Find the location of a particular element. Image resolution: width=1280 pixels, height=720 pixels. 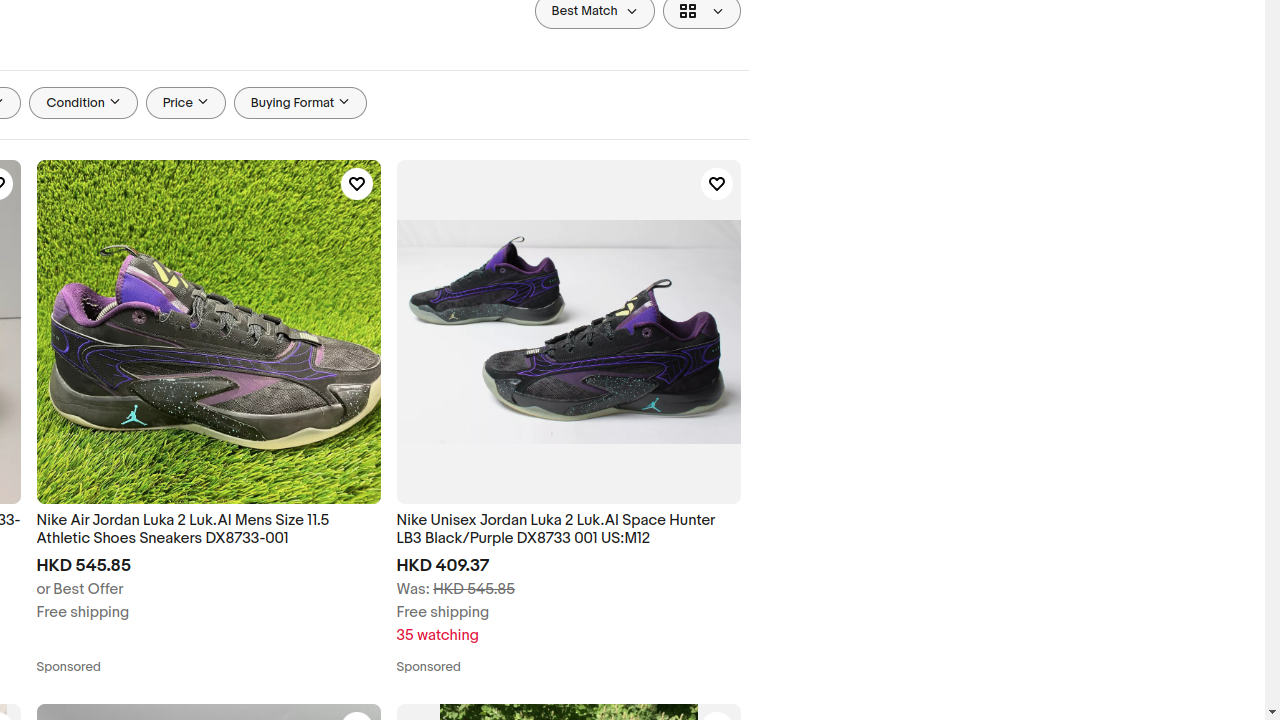

'Click to watch item - Nike Unisex Jordan Luka 2 Luk.AI Space Hunter LB3 Black/Purple DX8733 001 US:M12' is located at coordinates (716, 184).